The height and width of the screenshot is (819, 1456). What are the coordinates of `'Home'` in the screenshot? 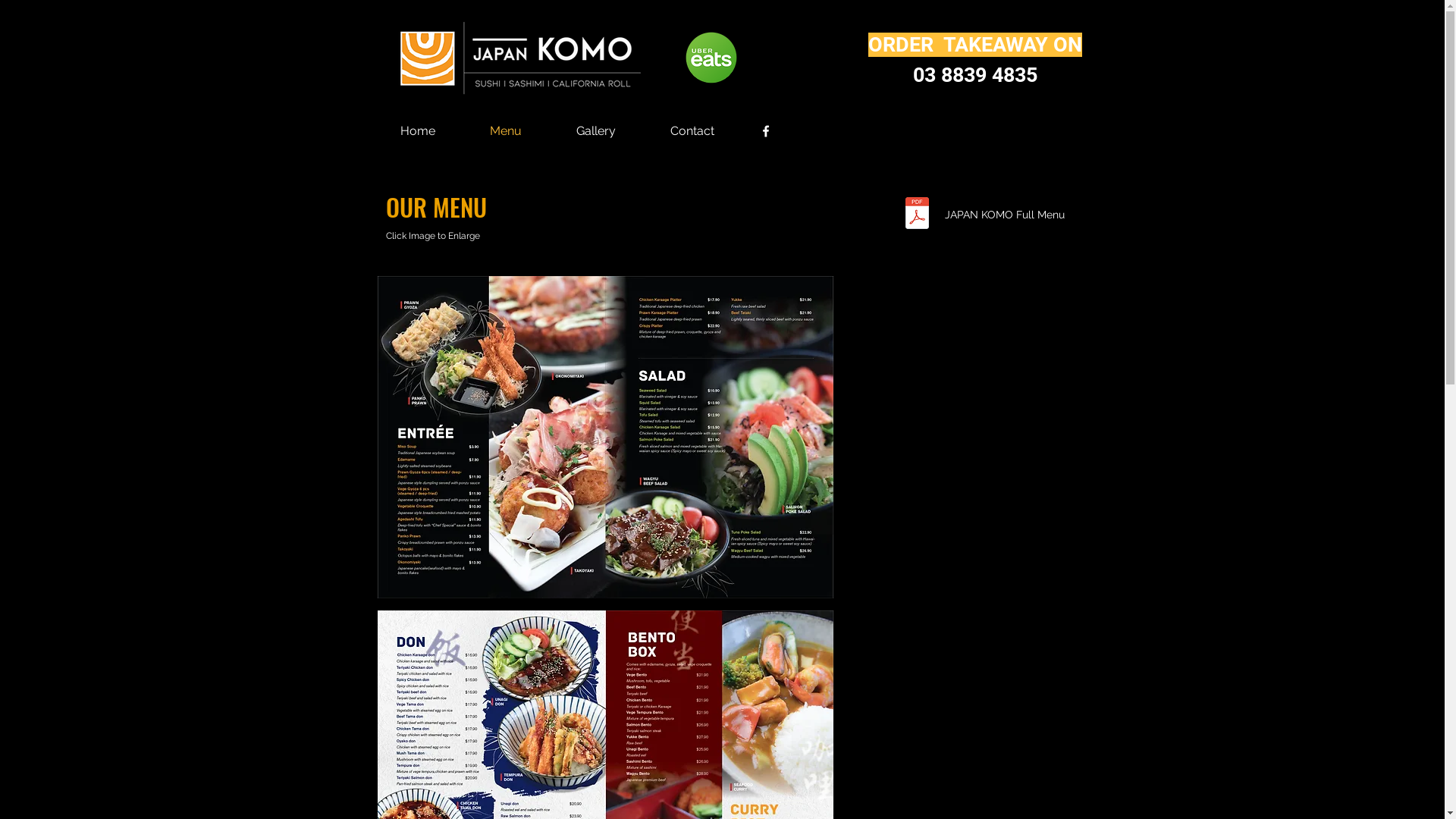 It's located at (417, 130).